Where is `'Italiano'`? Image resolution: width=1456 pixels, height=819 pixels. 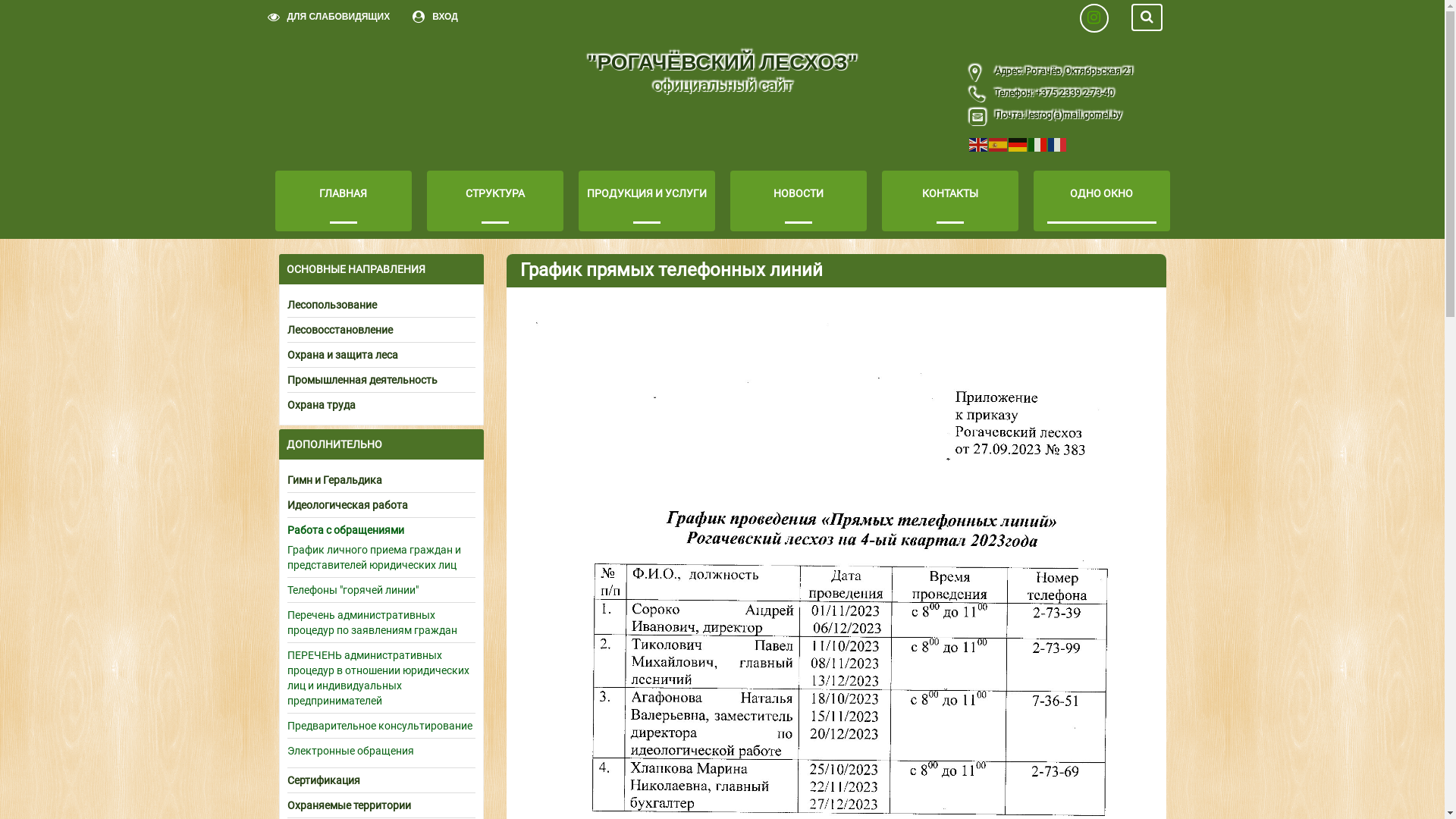
'Italiano' is located at coordinates (1037, 143).